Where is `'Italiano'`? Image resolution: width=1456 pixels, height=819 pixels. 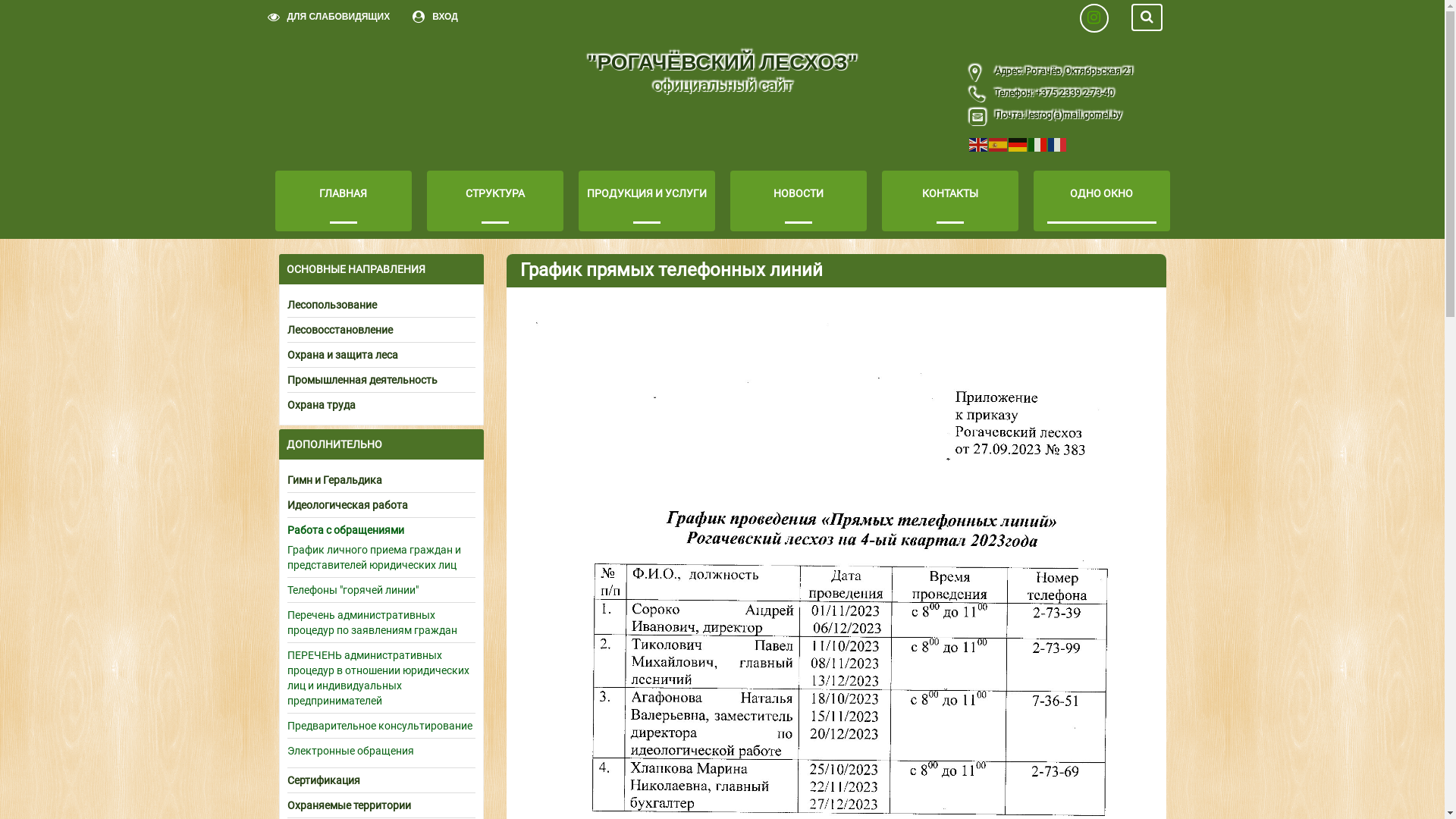
'Italiano' is located at coordinates (1037, 143).